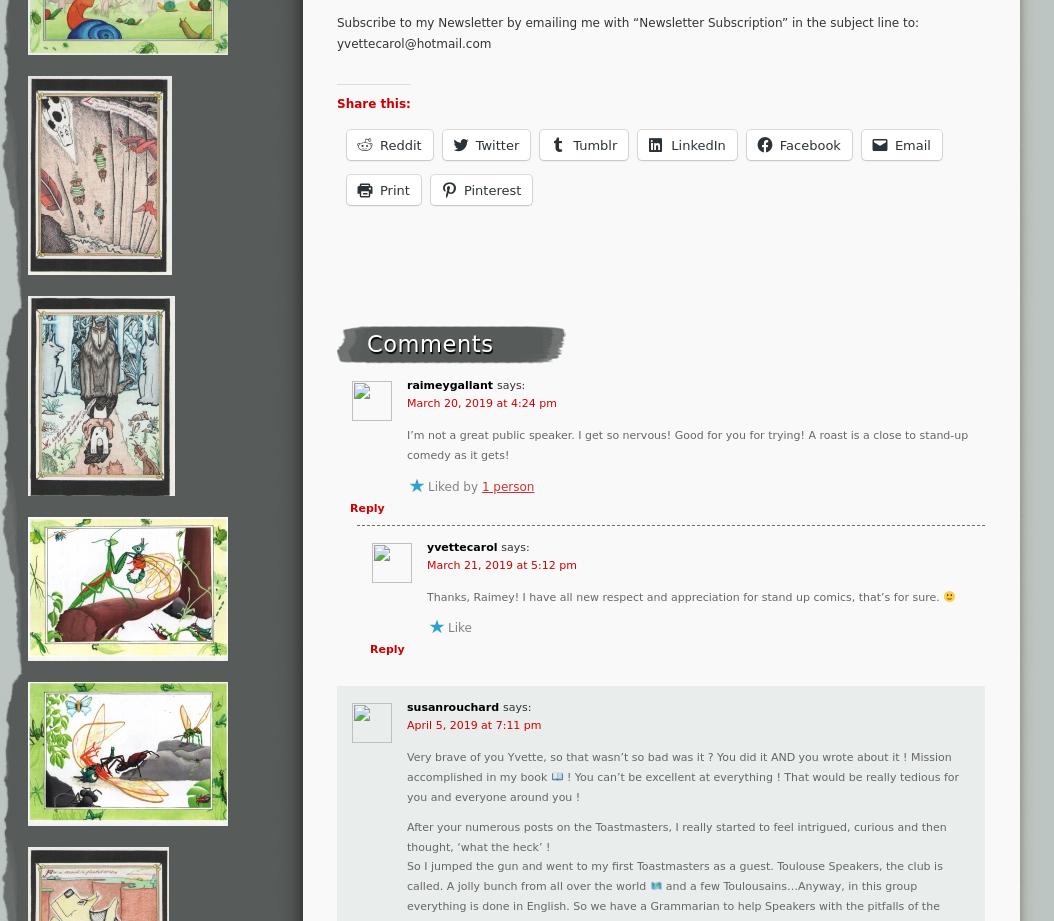 Image resolution: width=1054 pixels, height=921 pixels. What do you see at coordinates (430, 343) in the screenshot?
I see `'Comments'` at bounding box center [430, 343].